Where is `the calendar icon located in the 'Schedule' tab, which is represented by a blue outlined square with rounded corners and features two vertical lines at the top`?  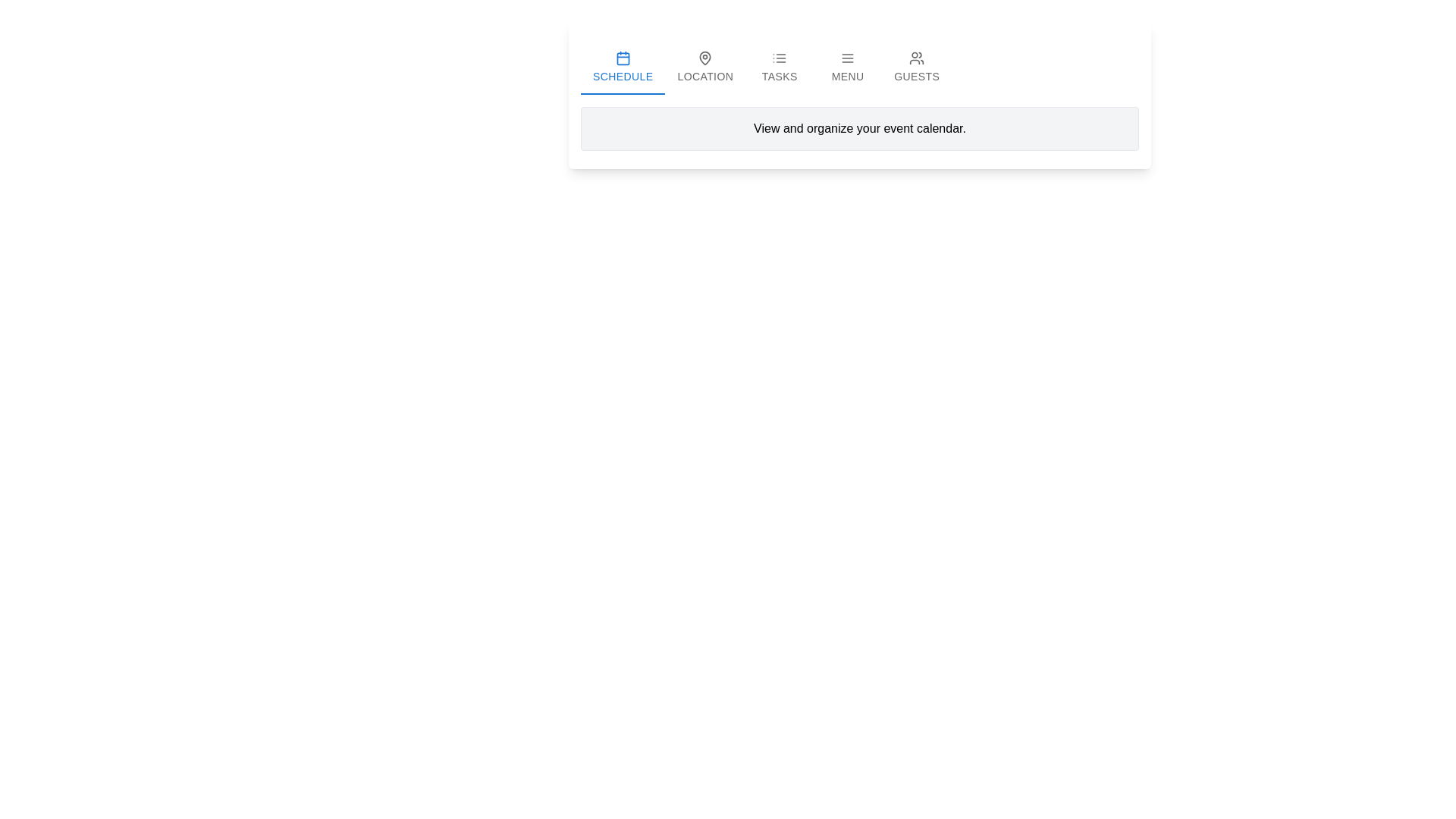 the calendar icon located in the 'Schedule' tab, which is represented by a blue outlined square with rounded corners and features two vertical lines at the top is located at coordinates (623, 58).